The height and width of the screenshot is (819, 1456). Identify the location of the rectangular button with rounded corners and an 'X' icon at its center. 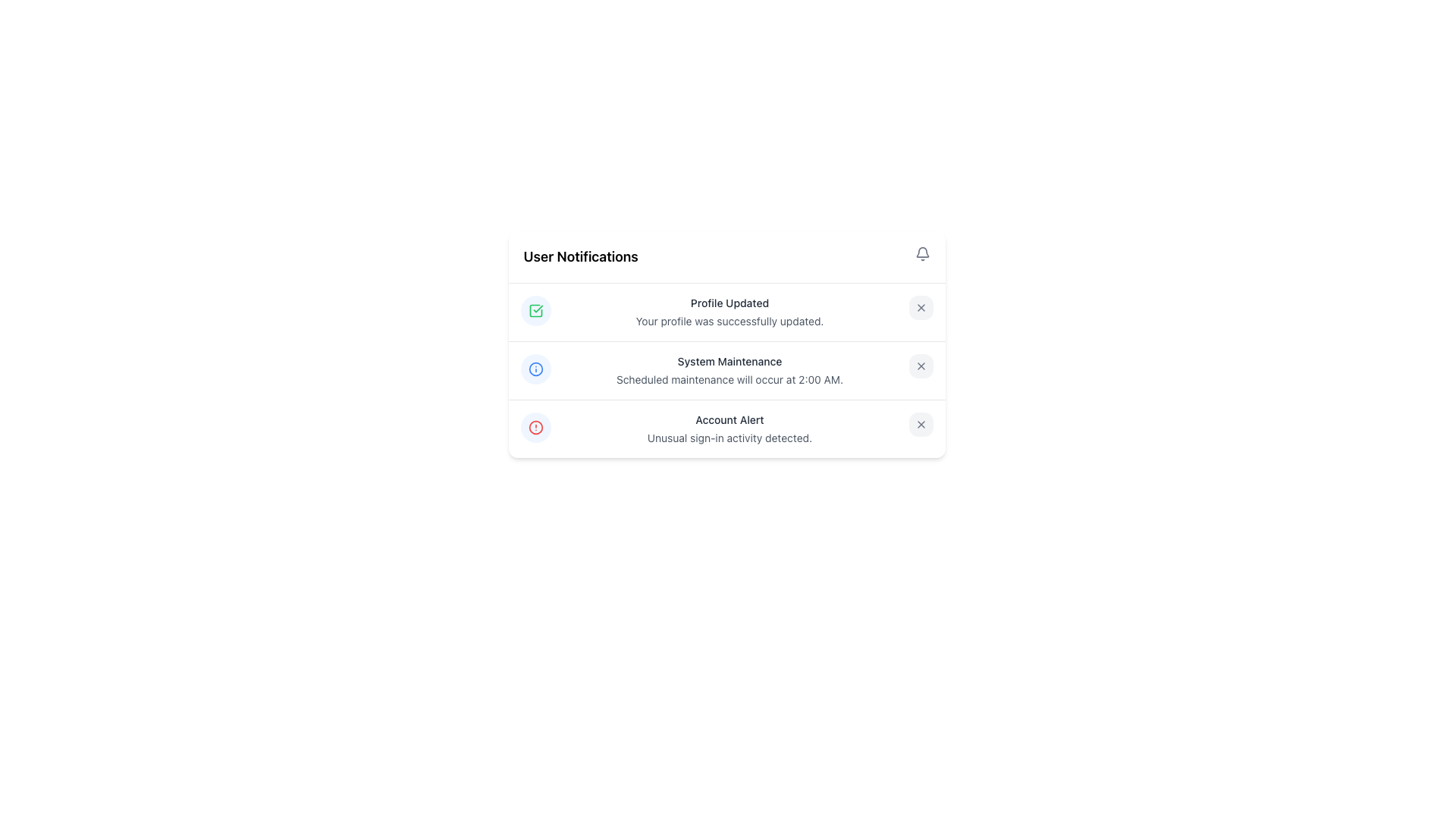
(920, 366).